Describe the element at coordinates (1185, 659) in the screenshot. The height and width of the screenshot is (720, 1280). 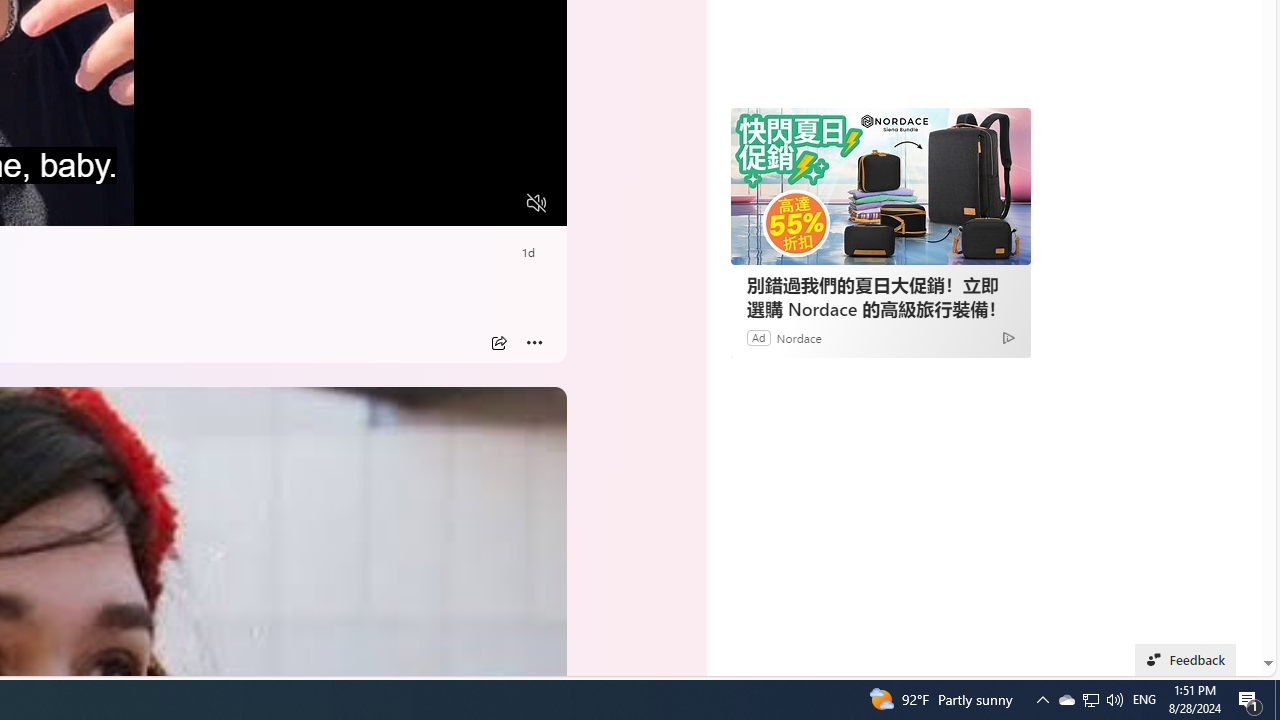
I see `'Feedback'` at that location.